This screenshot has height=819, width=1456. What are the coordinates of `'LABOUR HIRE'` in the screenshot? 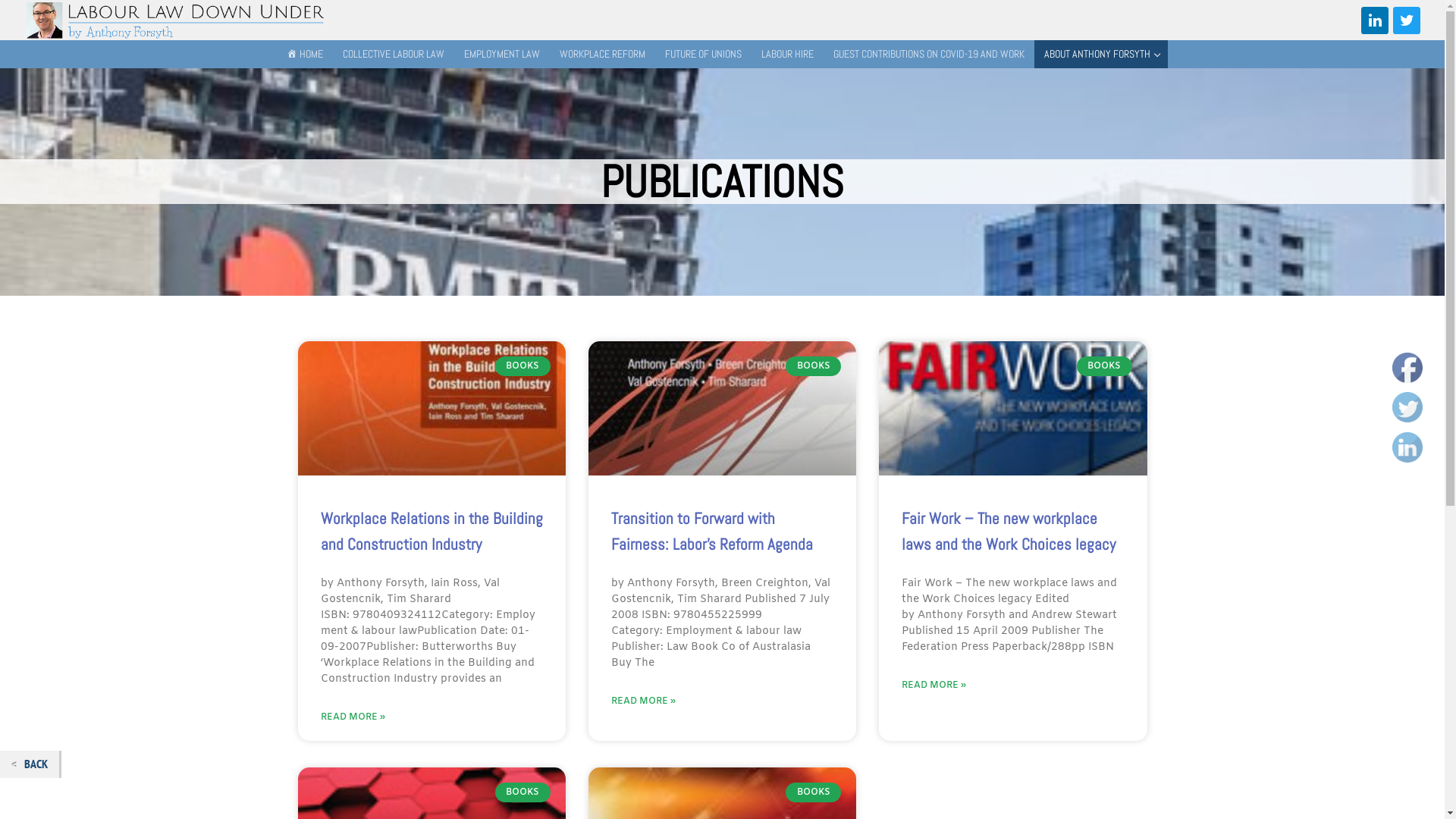 It's located at (787, 54).